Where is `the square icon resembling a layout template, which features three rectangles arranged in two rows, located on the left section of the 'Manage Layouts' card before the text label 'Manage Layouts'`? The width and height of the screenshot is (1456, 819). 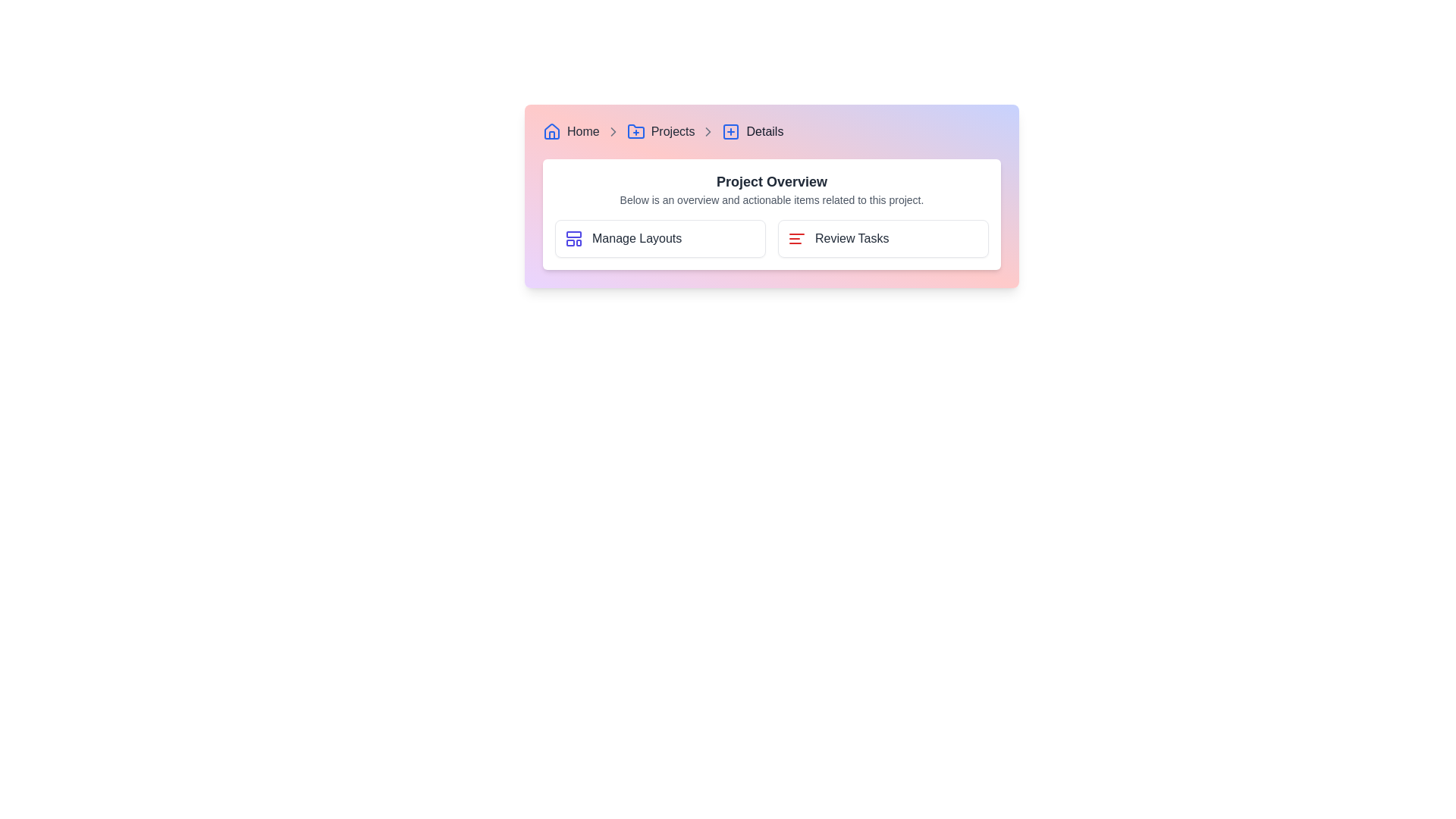
the square icon resembling a layout template, which features three rectangles arranged in two rows, located on the left section of the 'Manage Layouts' card before the text label 'Manage Layouts' is located at coordinates (573, 239).